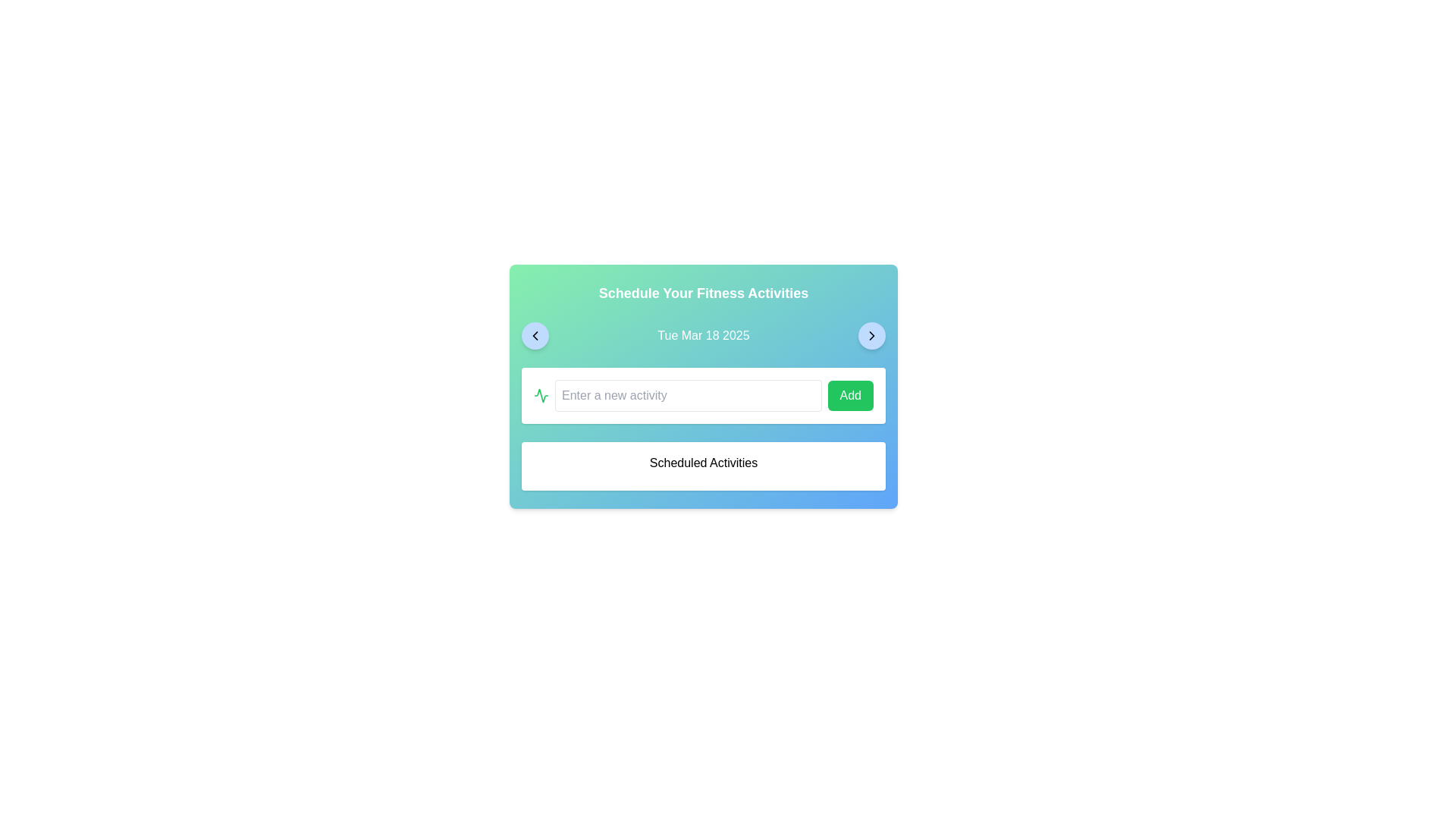  I want to click on the green 'Add' button with rounded corners, so click(850, 394).